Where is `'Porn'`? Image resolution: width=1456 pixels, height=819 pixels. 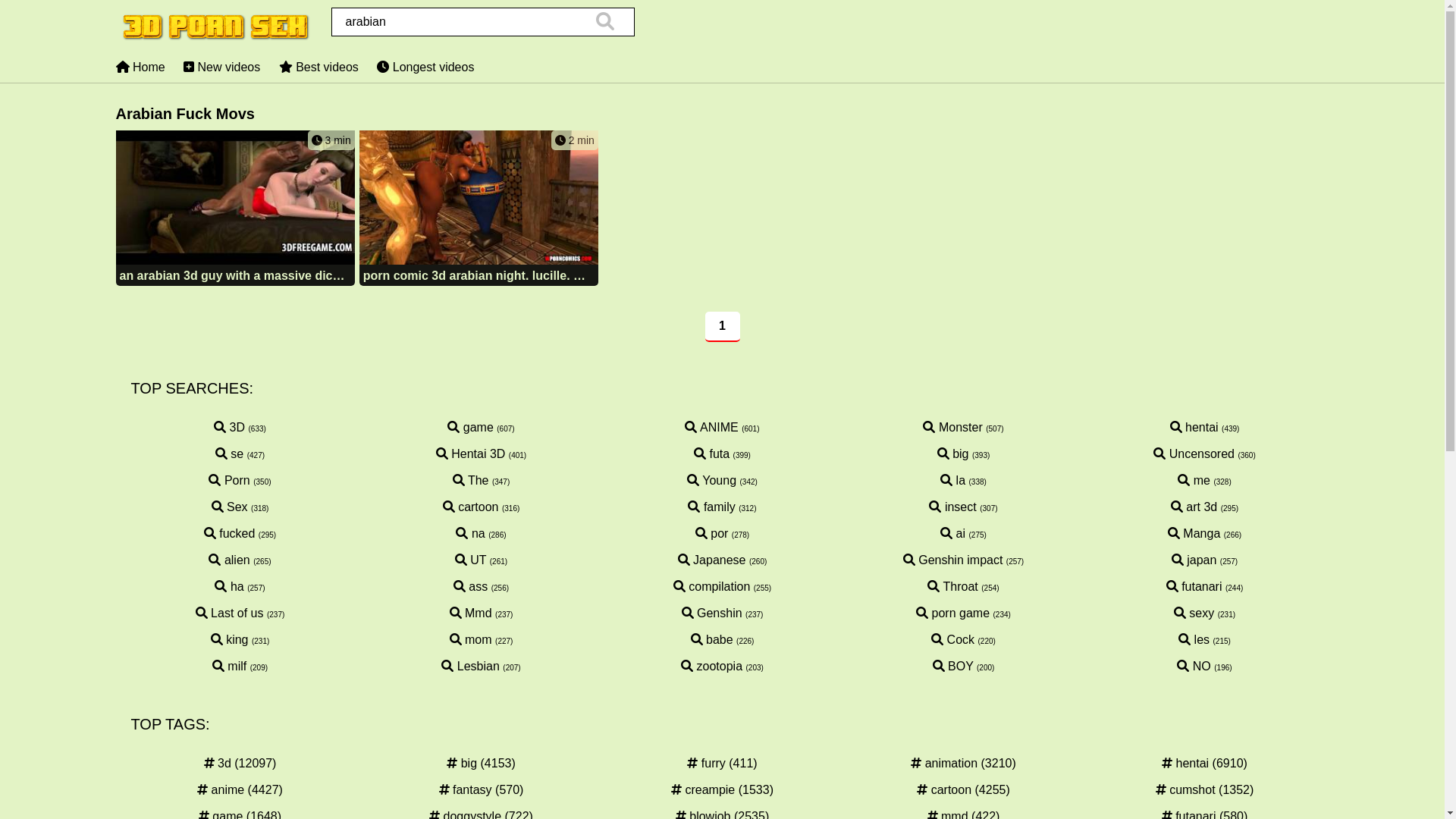 'Porn' is located at coordinates (228, 480).